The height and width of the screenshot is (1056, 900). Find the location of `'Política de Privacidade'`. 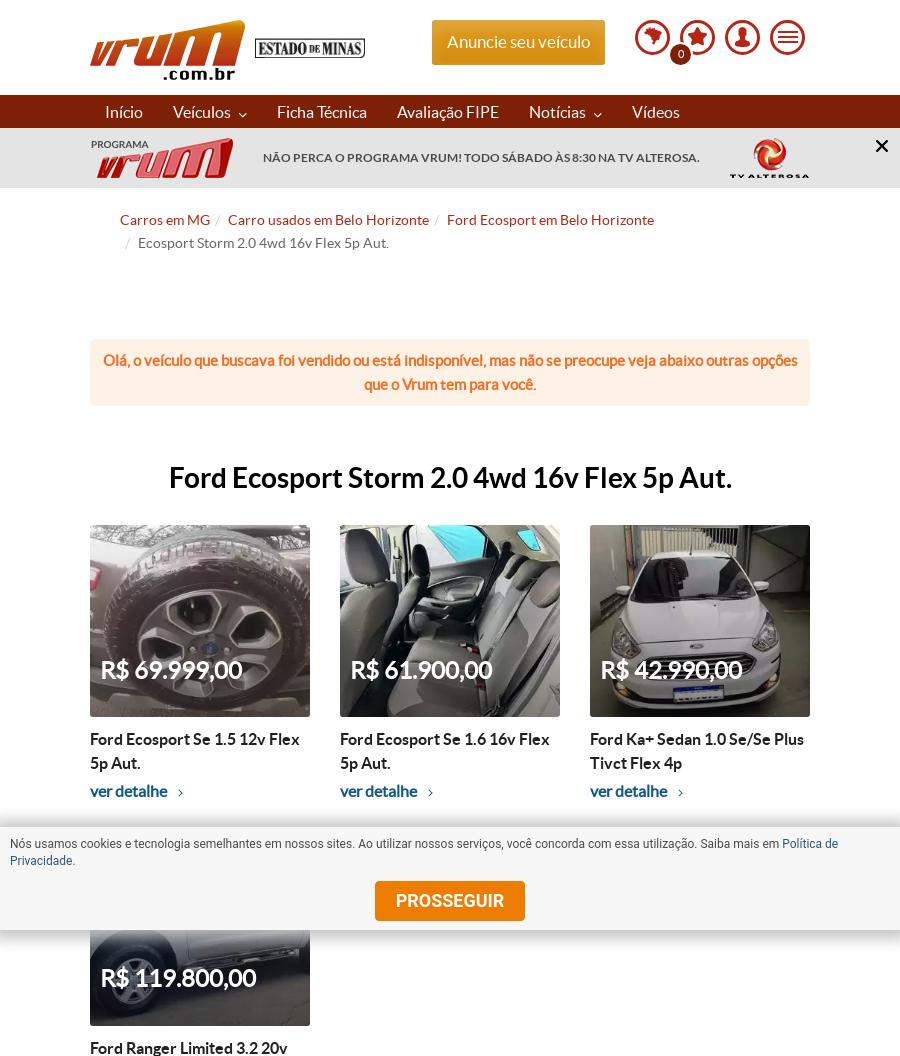

'Política de Privacidade' is located at coordinates (8, 852).